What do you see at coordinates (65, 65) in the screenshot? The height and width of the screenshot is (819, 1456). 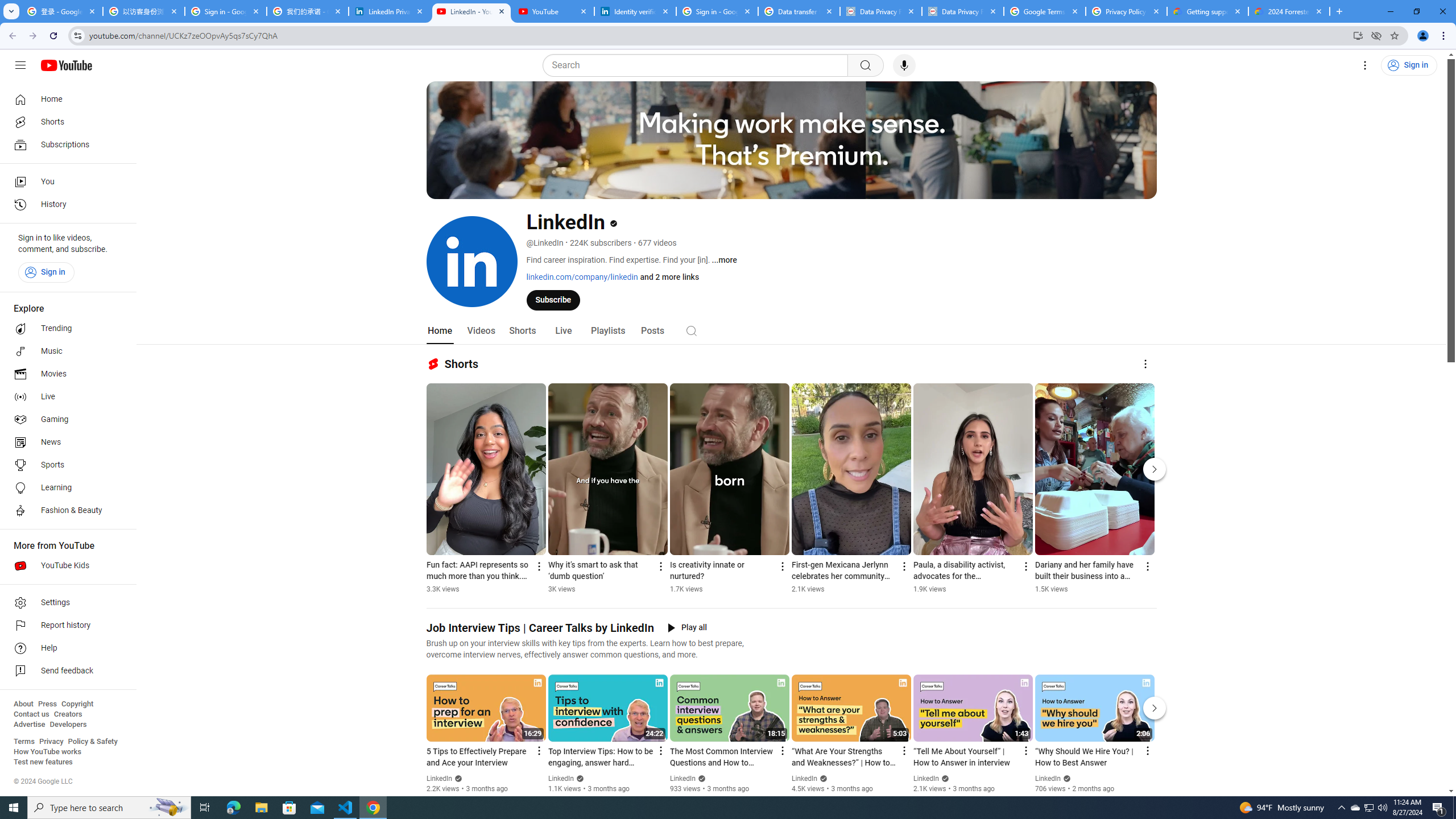 I see `'YouTube Home'` at bounding box center [65, 65].